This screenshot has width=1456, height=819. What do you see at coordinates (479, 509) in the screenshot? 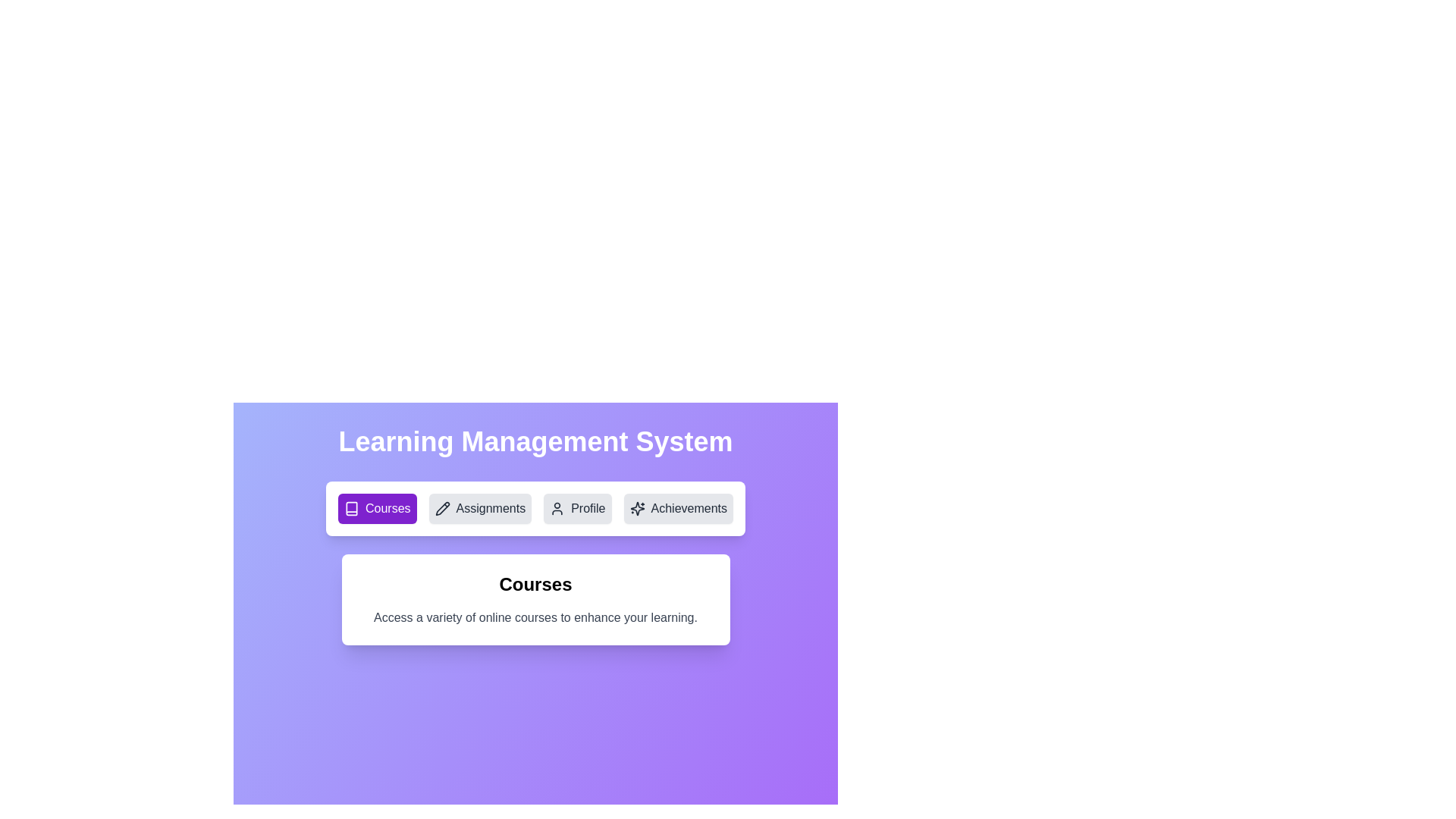
I see `the Assignments tab by clicking its button` at bounding box center [479, 509].